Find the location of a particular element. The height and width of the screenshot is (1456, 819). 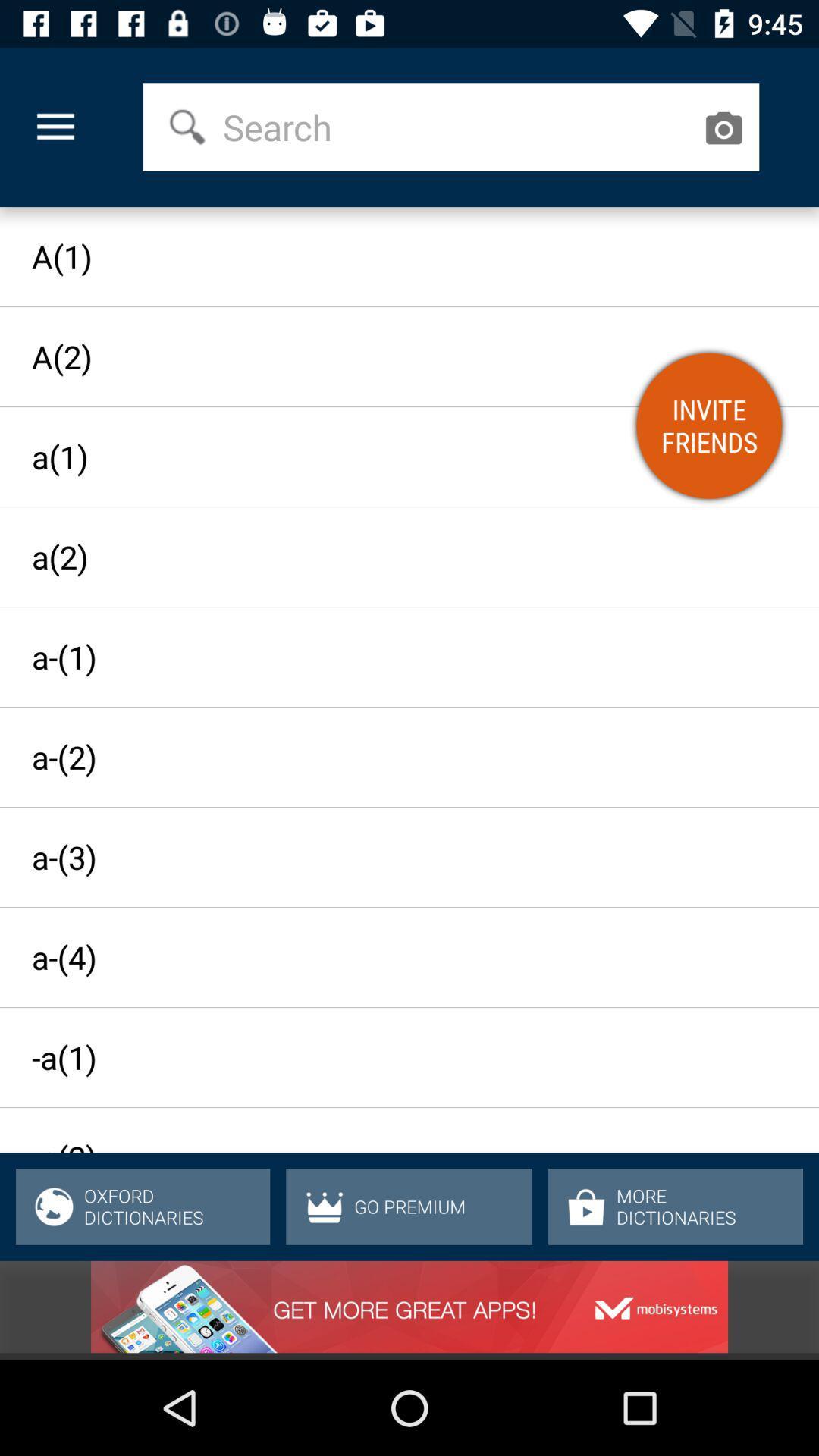

the a-(4) item is located at coordinates (394, 956).